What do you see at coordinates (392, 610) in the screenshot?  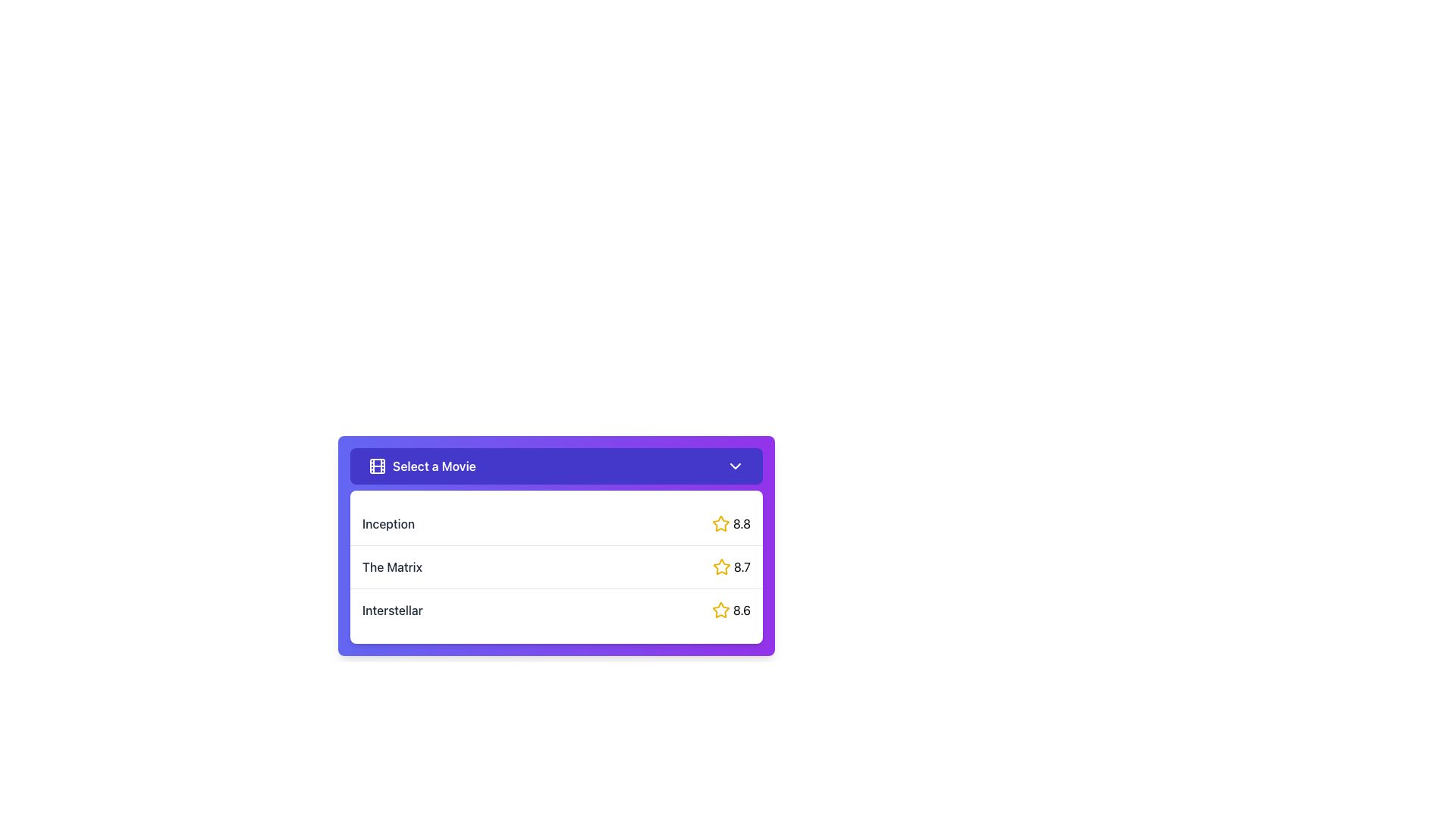 I see `the movie title text label located in the third row of the movie selector dropdown` at bounding box center [392, 610].